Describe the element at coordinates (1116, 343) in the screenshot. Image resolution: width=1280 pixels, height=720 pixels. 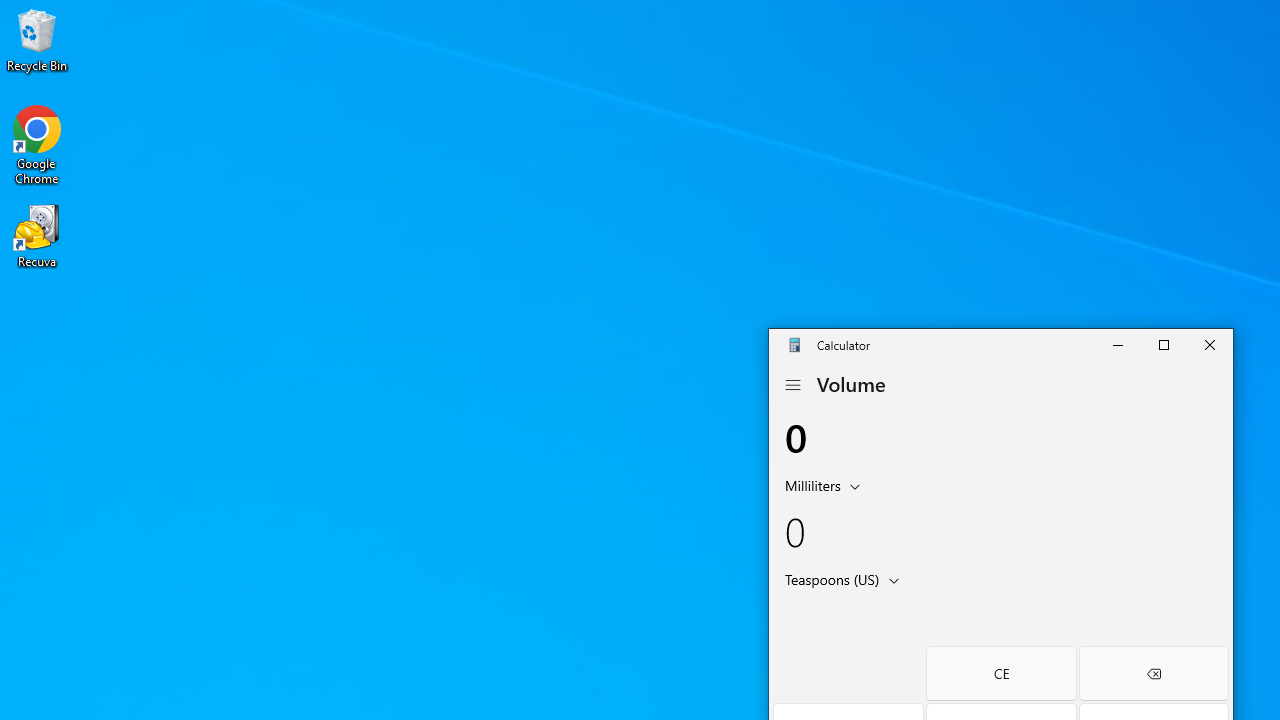
I see `'Minimize Calculator'` at that location.